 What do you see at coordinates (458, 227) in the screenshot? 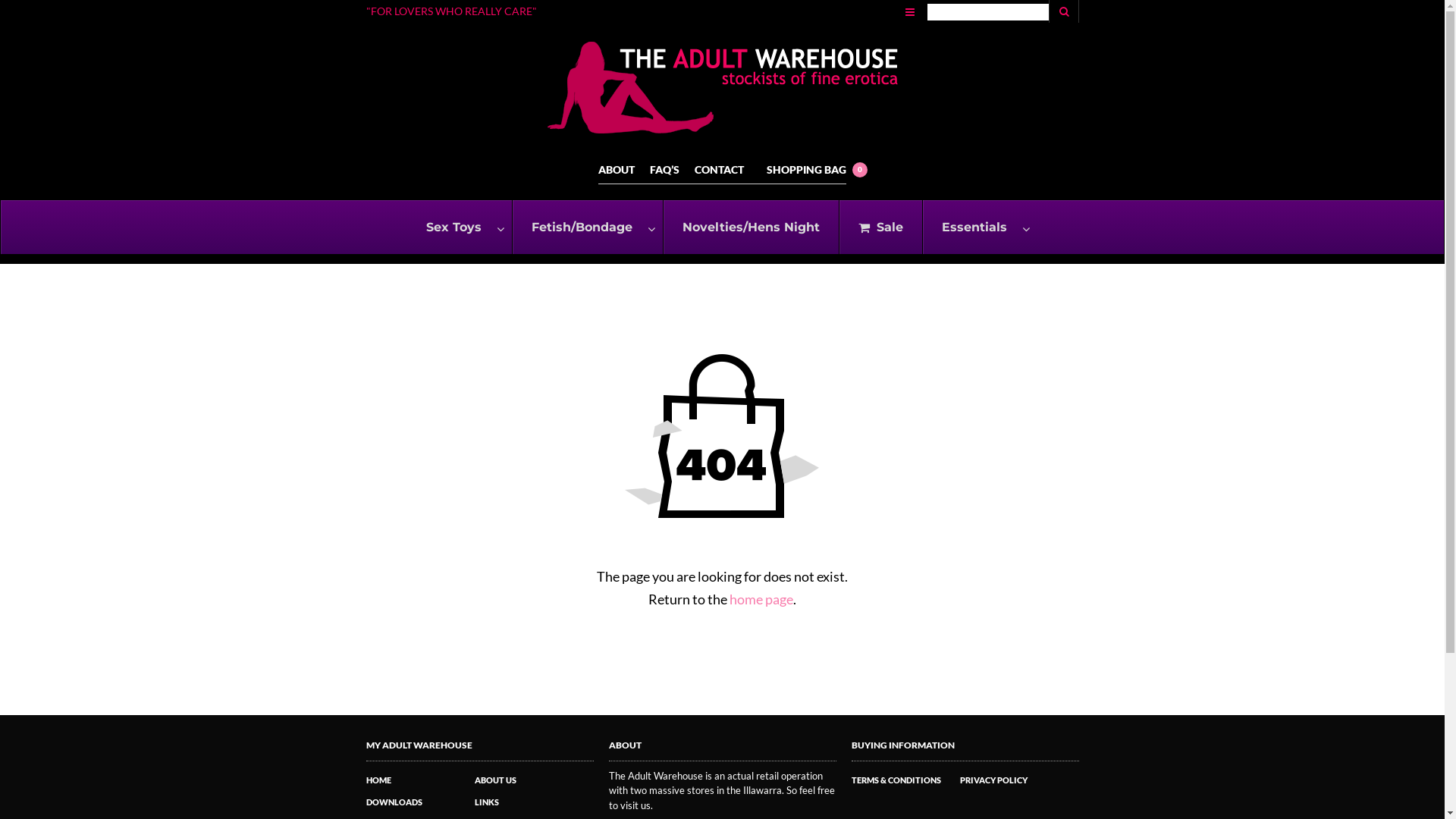
I see `'Sex Toys'` at bounding box center [458, 227].